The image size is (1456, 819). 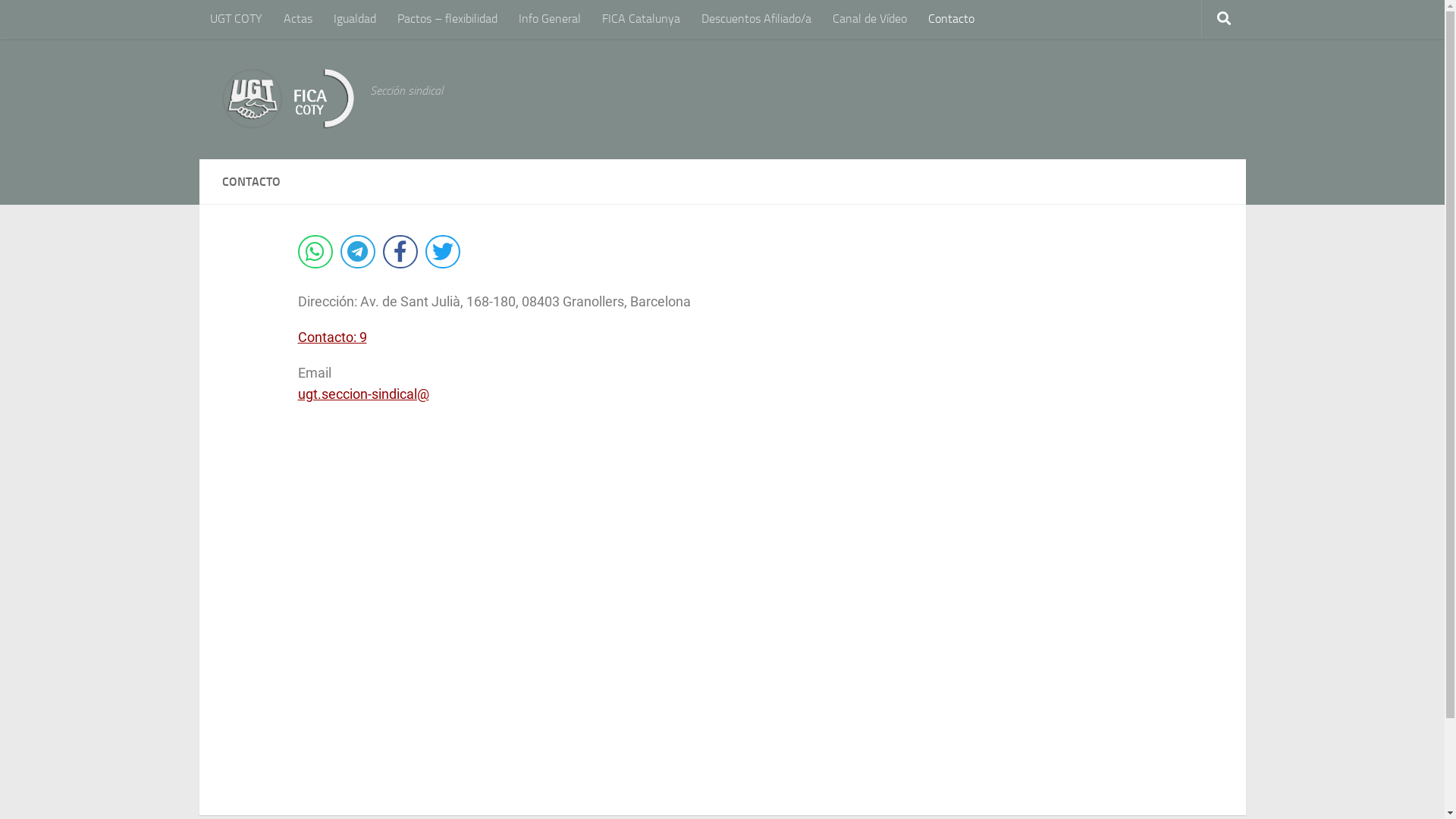 What do you see at coordinates (362, 393) in the screenshot?
I see `'ugt.seccion-sindical@'` at bounding box center [362, 393].